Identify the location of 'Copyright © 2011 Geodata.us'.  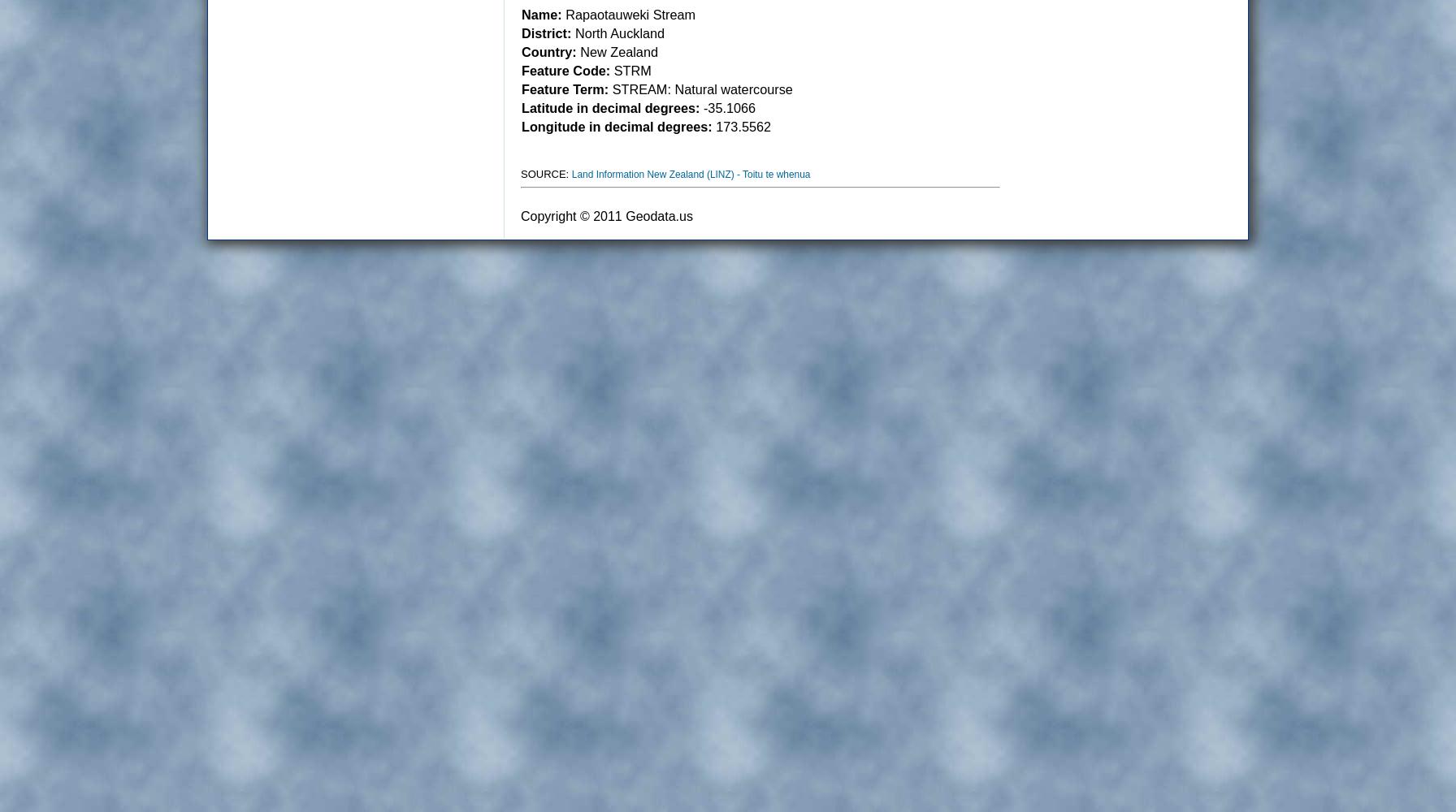
(606, 216).